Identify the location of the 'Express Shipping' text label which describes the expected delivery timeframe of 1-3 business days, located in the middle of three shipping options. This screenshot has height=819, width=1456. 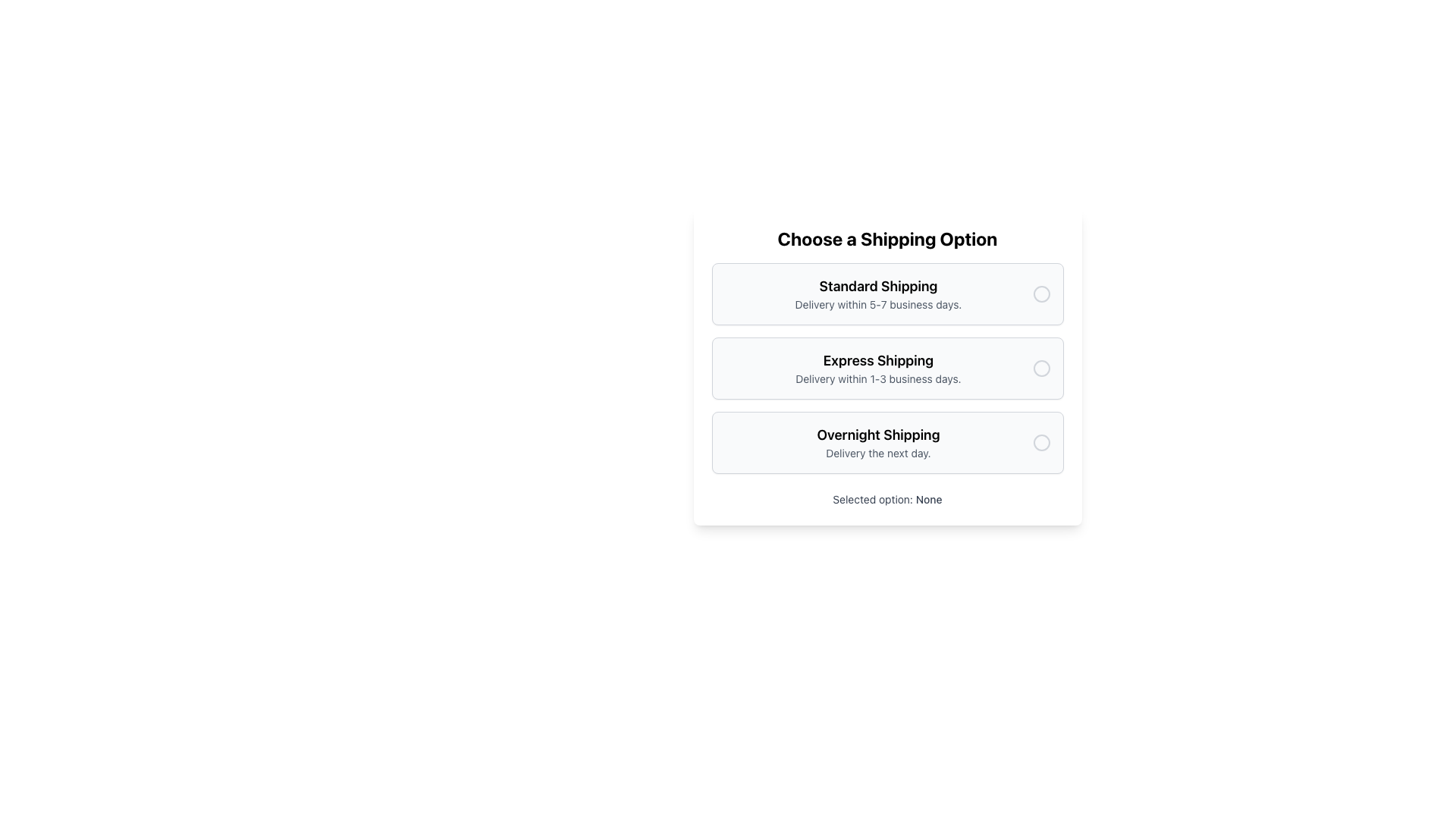
(878, 369).